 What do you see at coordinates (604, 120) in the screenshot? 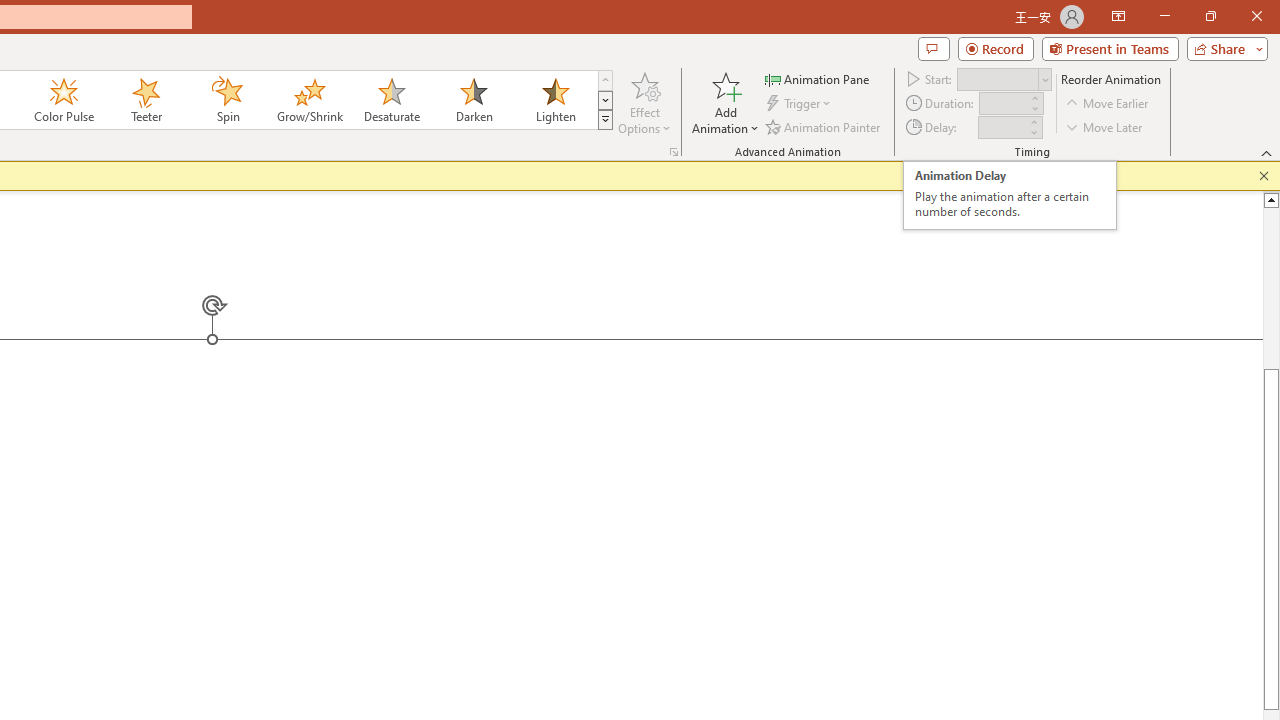
I see `'Animation Styles'` at bounding box center [604, 120].